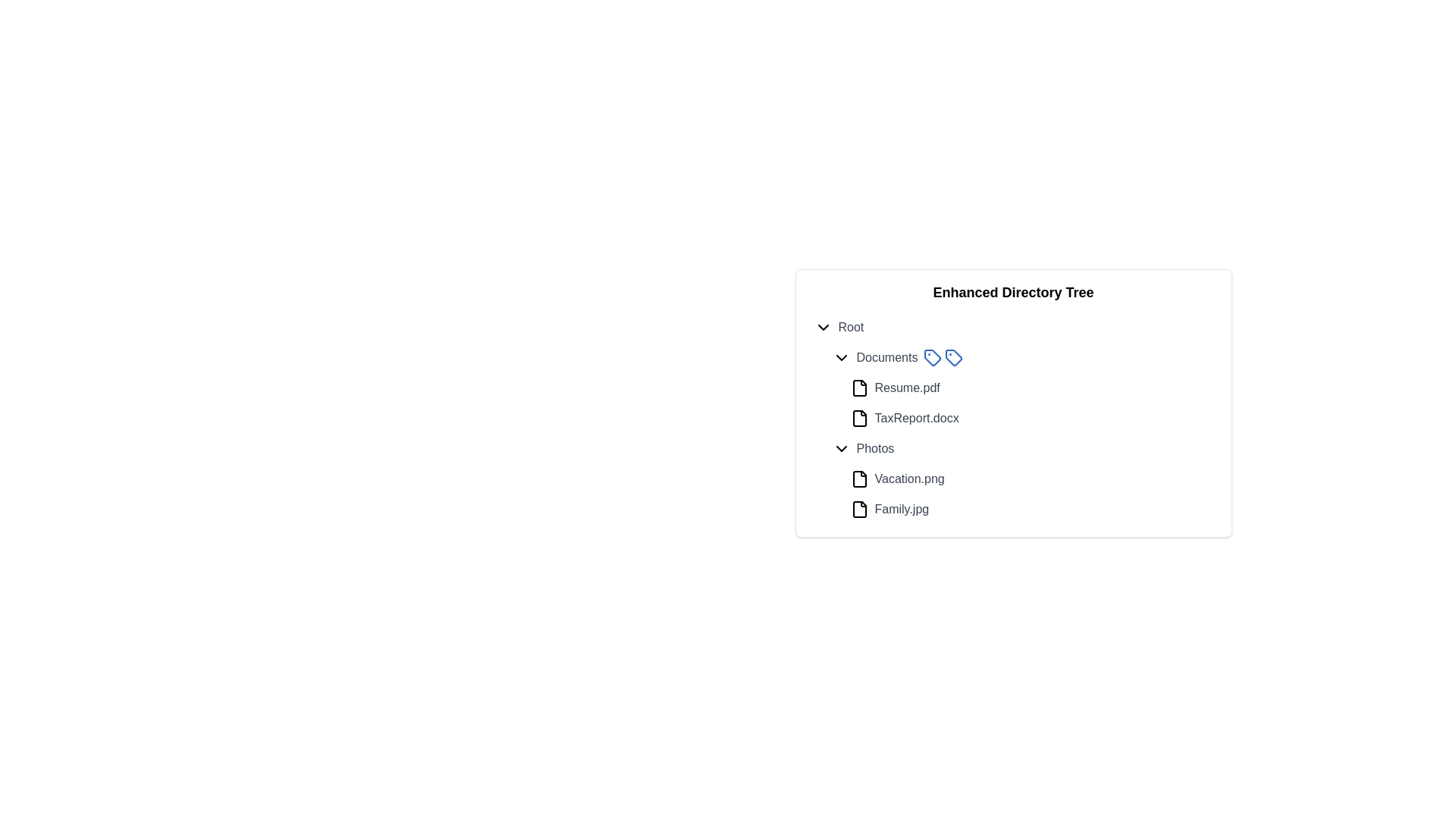 This screenshot has height=819, width=1456. What do you see at coordinates (952, 357) in the screenshot?
I see `the first icon in the group associated with the 'Documents' section, located next to the 'Documents' label, for interaction` at bounding box center [952, 357].